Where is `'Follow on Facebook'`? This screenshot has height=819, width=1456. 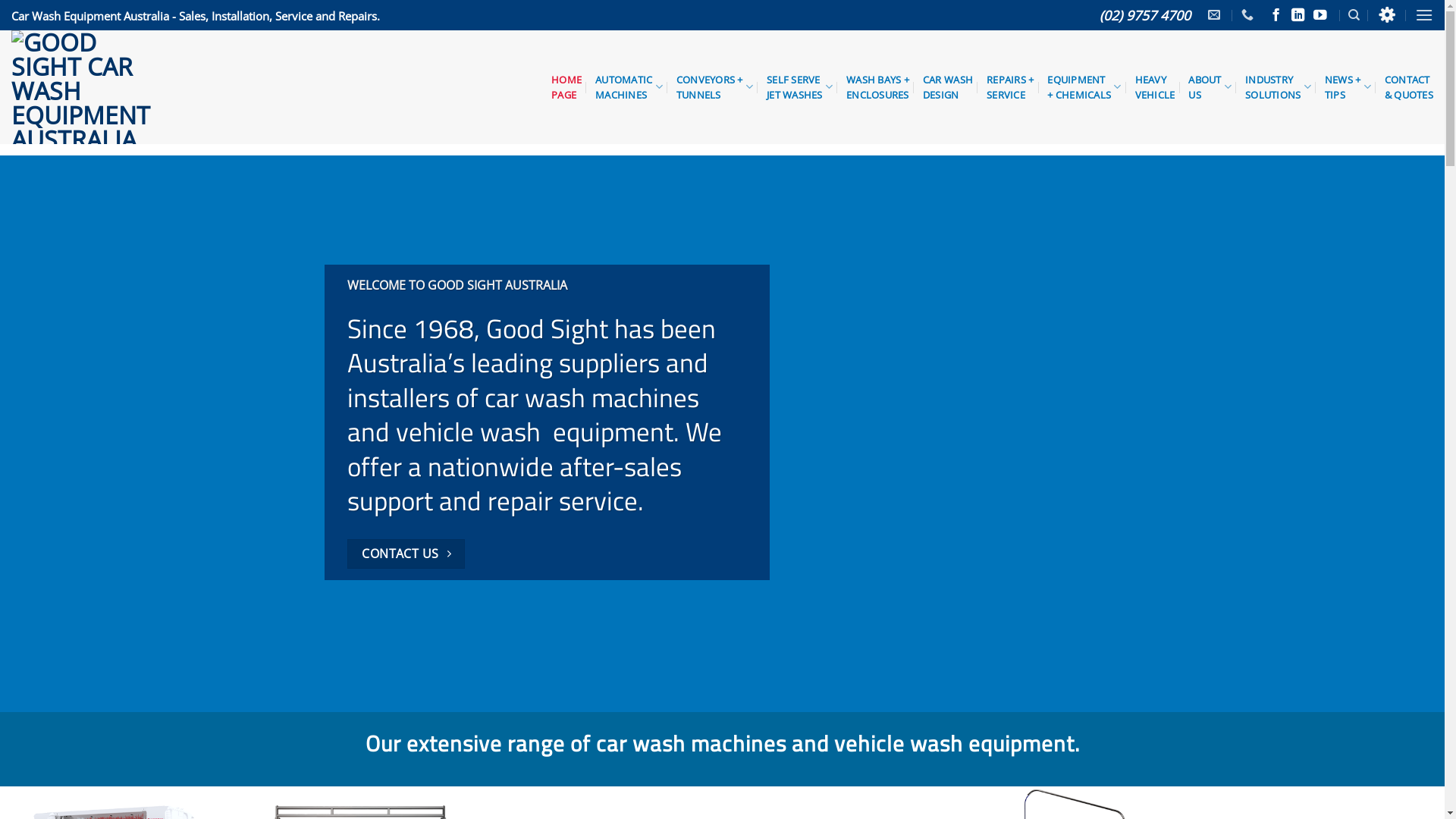
'Follow on Facebook' is located at coordinates (1276, 15).